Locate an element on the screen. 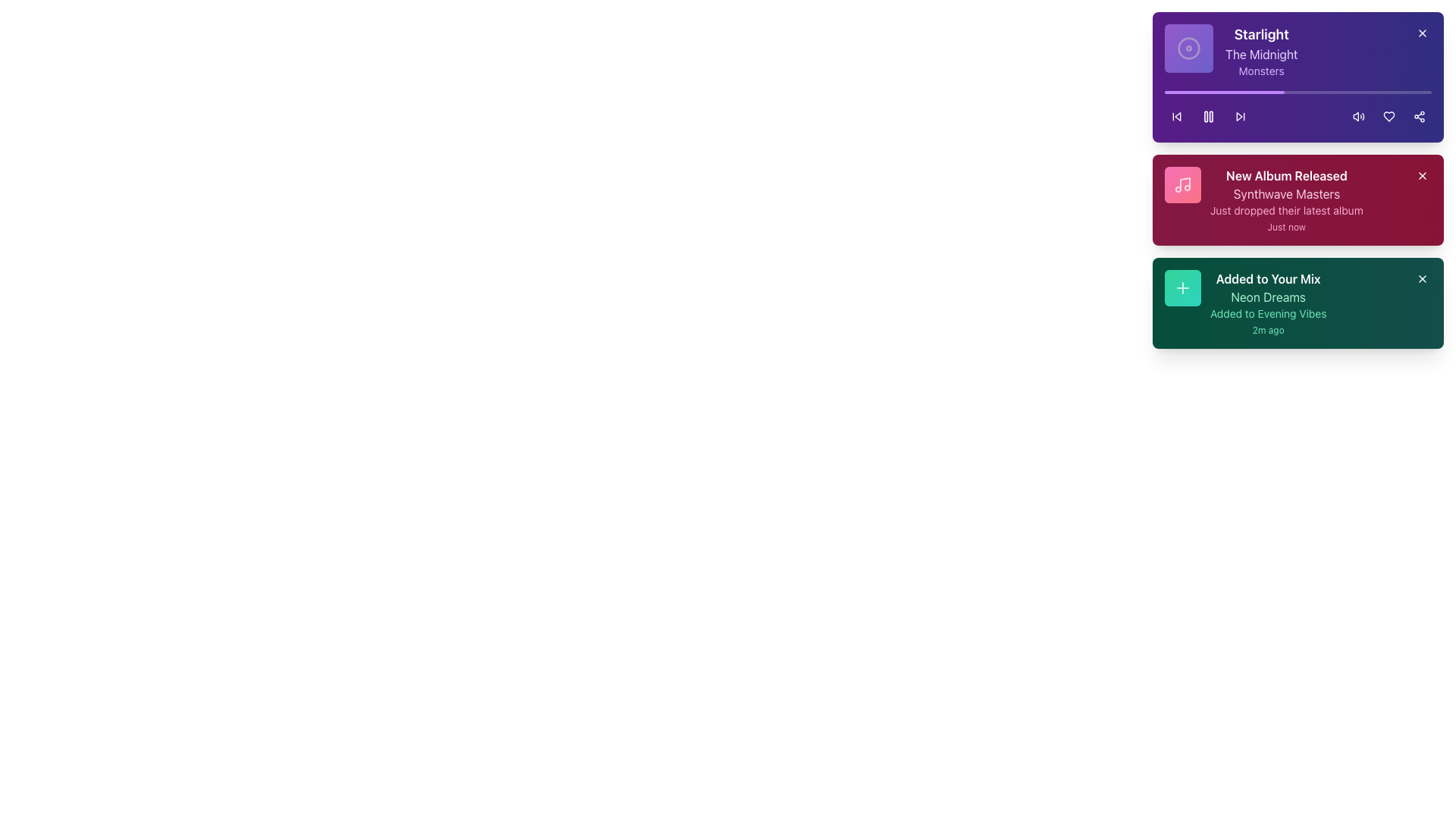  the pink-to-rose gradient icon with a white music note in the 'New Album Released' card for visual feedback is located at coordinates (1182, 184).